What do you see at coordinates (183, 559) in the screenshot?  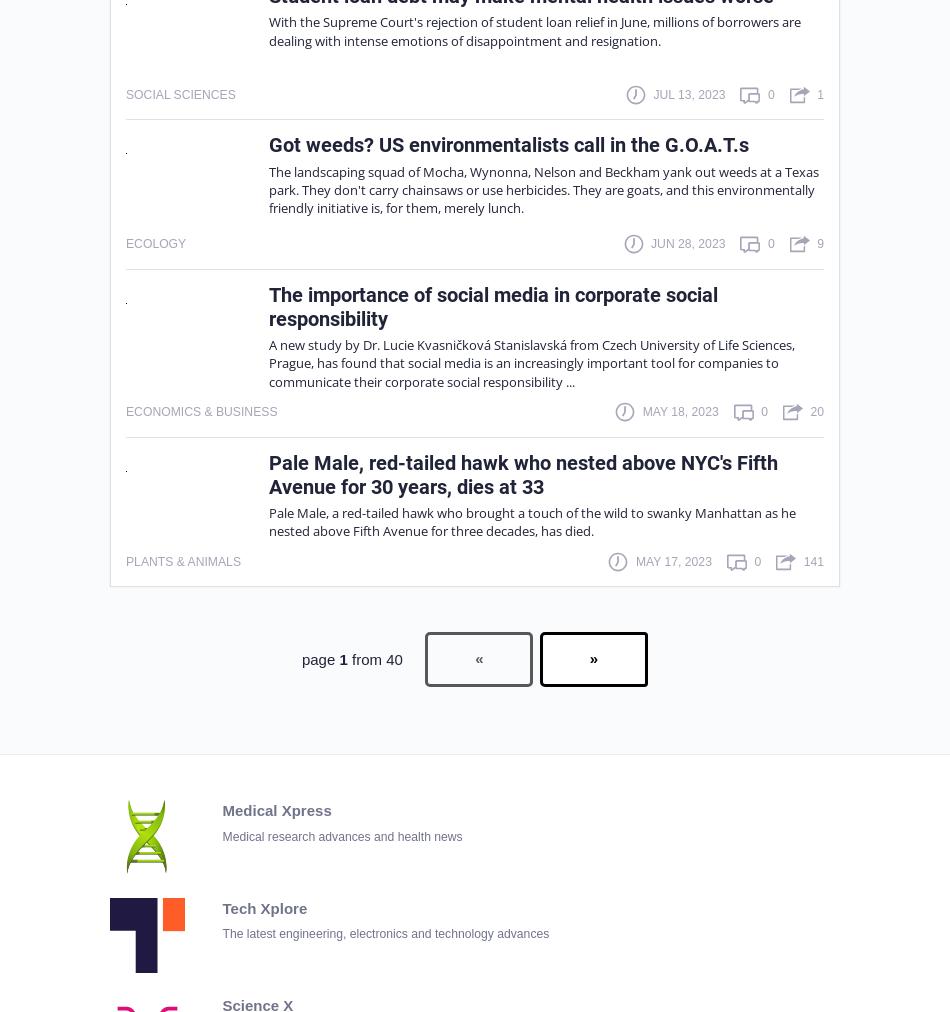 I see `'Plants & Animals'` at bounding box center [183, 559].